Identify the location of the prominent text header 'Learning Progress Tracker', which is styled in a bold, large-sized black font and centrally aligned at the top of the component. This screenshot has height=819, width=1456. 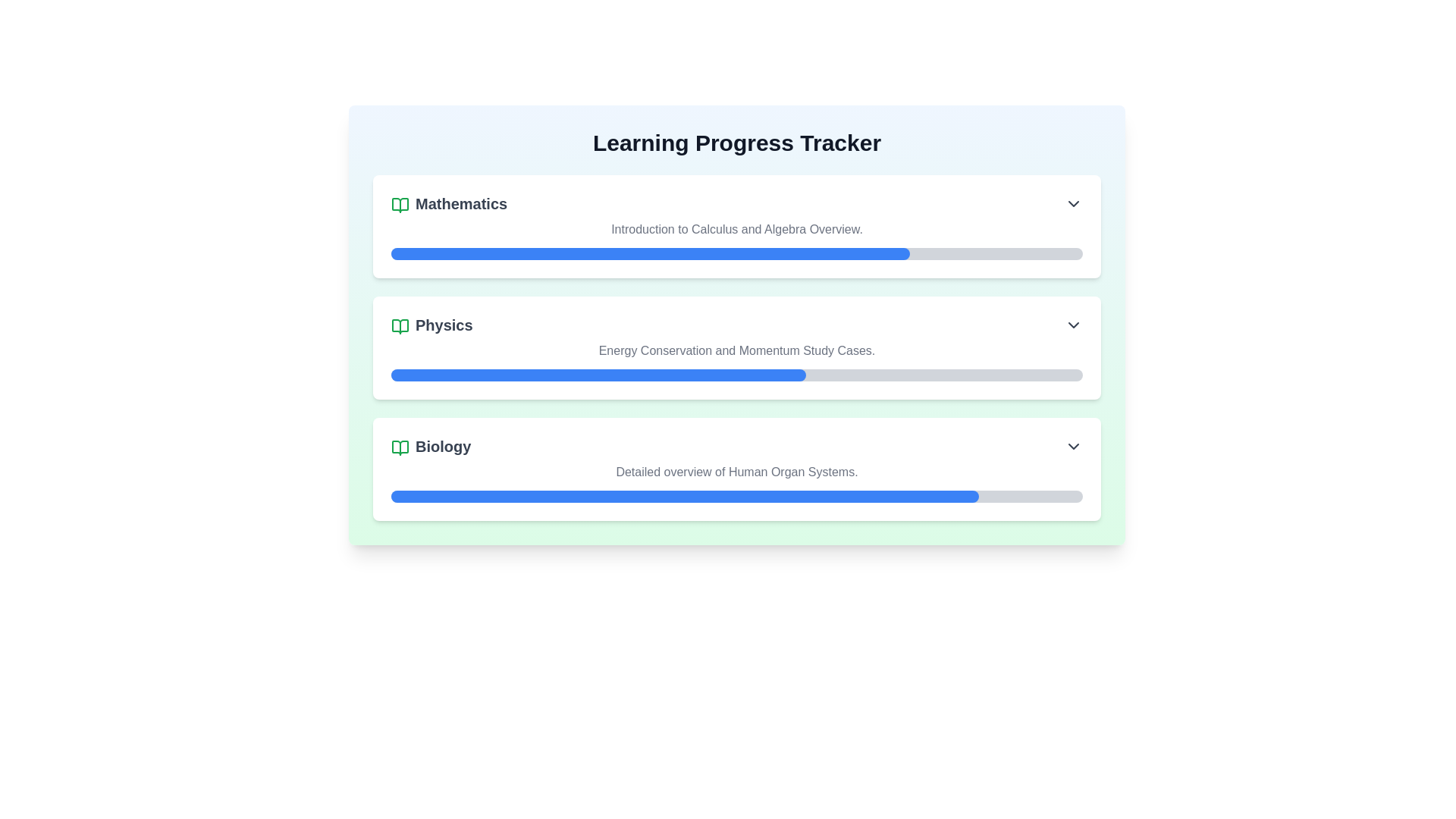
(736, 143).